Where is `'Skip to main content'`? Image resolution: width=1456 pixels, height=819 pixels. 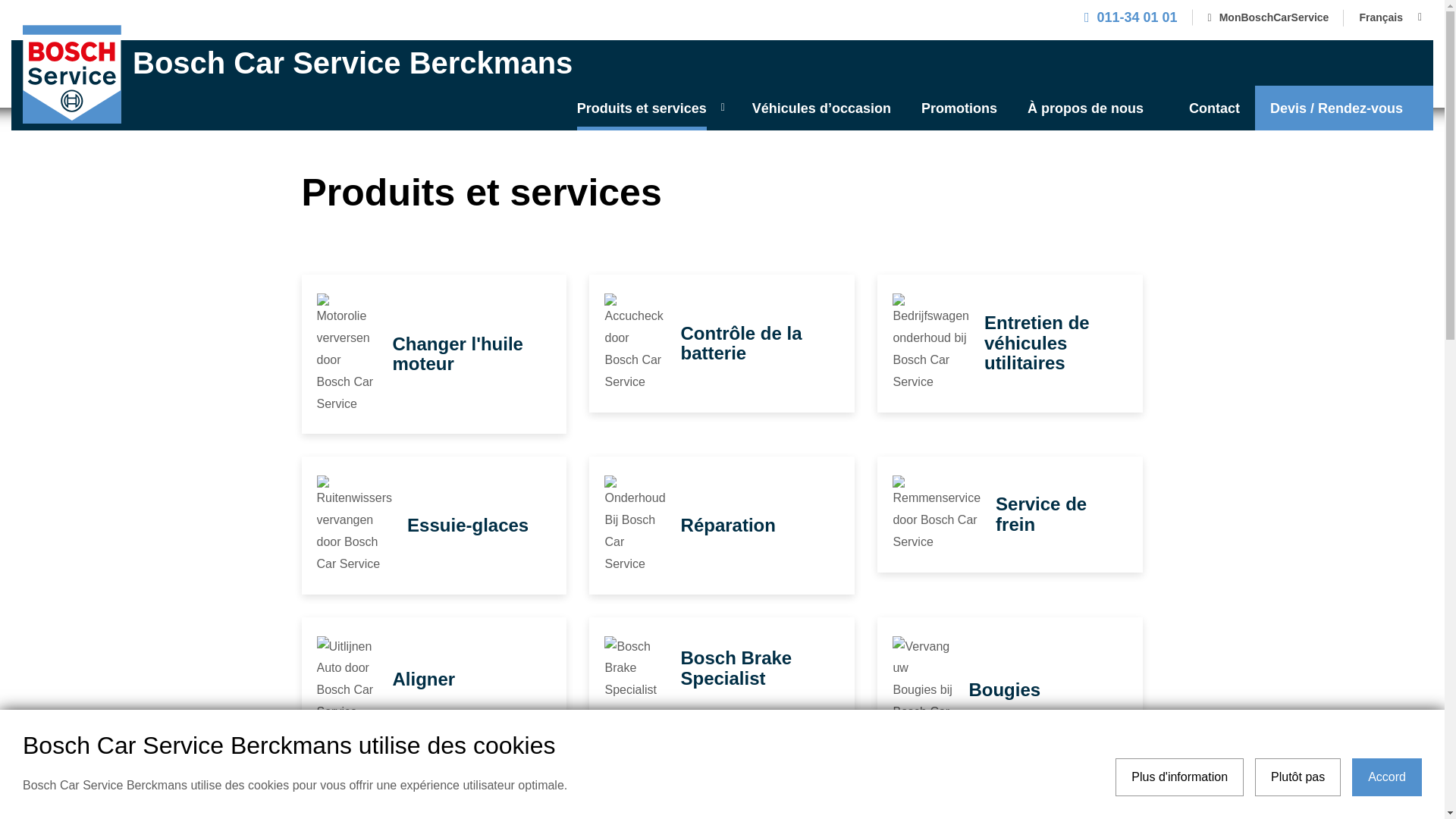 'Skip to main content' is located at coordinates (0, 0).